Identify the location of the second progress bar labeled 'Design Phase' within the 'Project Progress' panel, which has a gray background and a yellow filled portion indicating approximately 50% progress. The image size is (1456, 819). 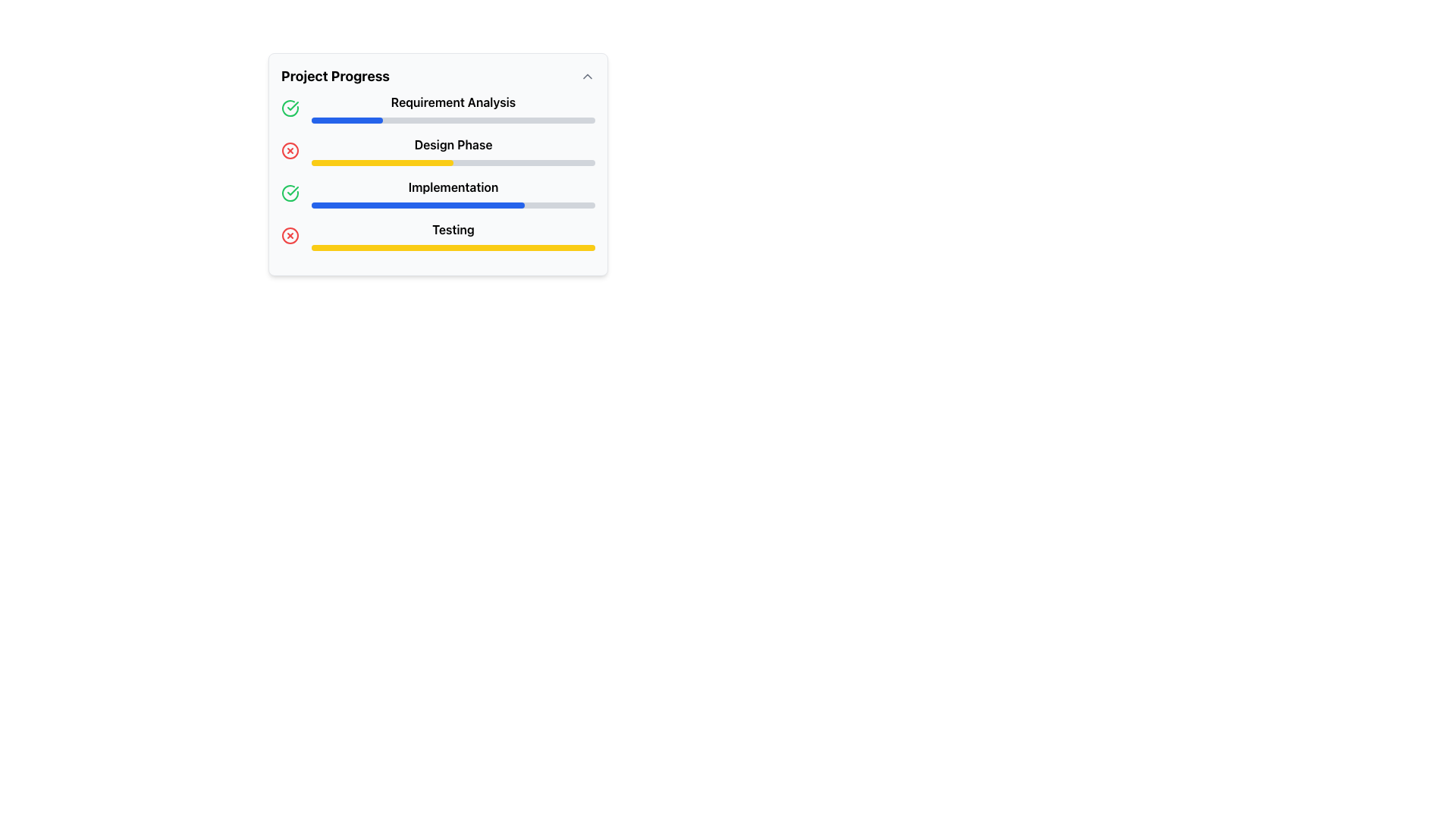
(453, 163).